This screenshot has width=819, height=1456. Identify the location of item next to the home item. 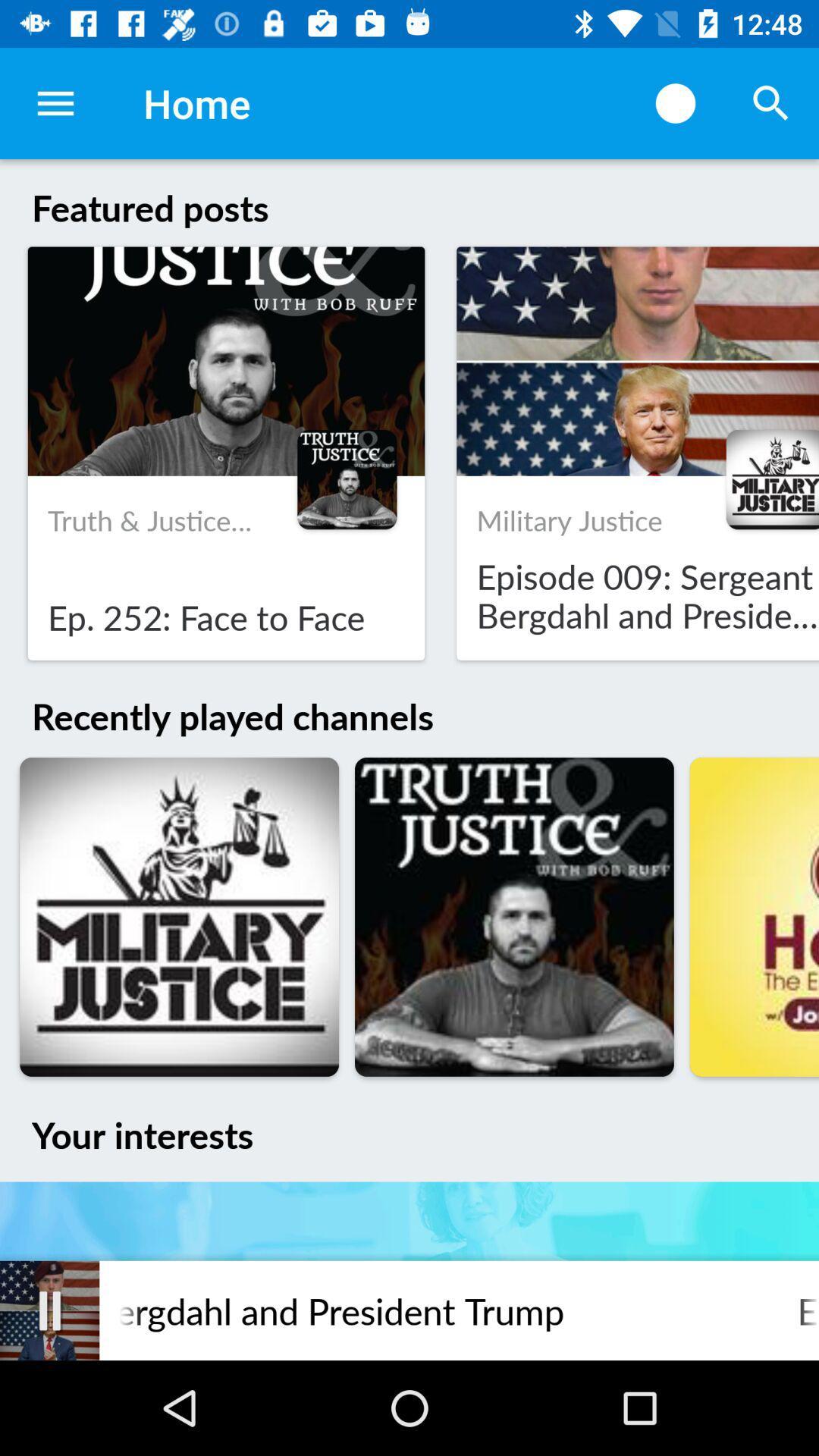
(675, 102).